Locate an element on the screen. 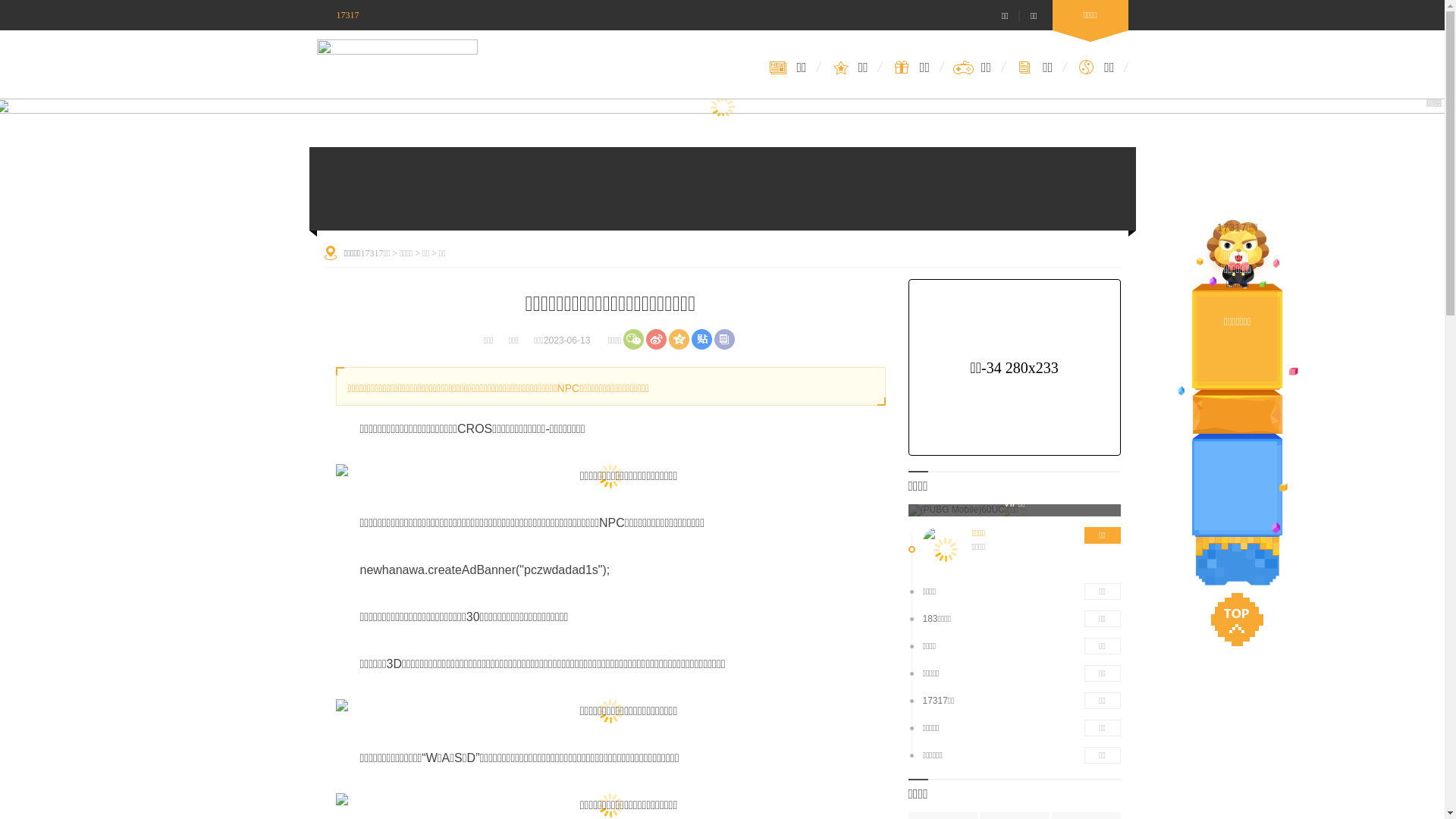 This screenshot has height=819, width=1456. '17317' is located at coordinates (337, 14).